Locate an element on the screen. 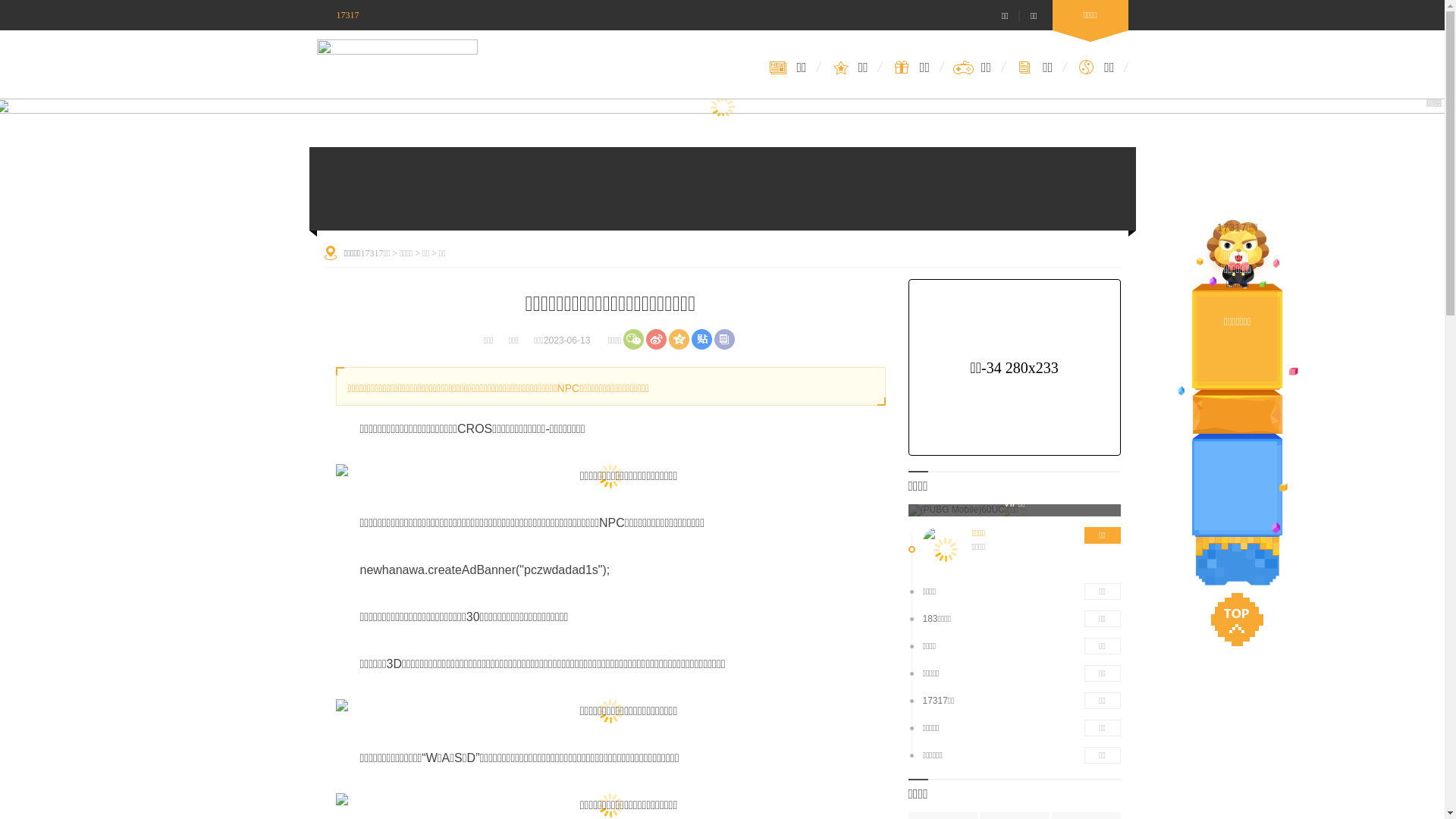 This screenshot has height=819, width=1456. '17317' is located at coordinates (337, 14).